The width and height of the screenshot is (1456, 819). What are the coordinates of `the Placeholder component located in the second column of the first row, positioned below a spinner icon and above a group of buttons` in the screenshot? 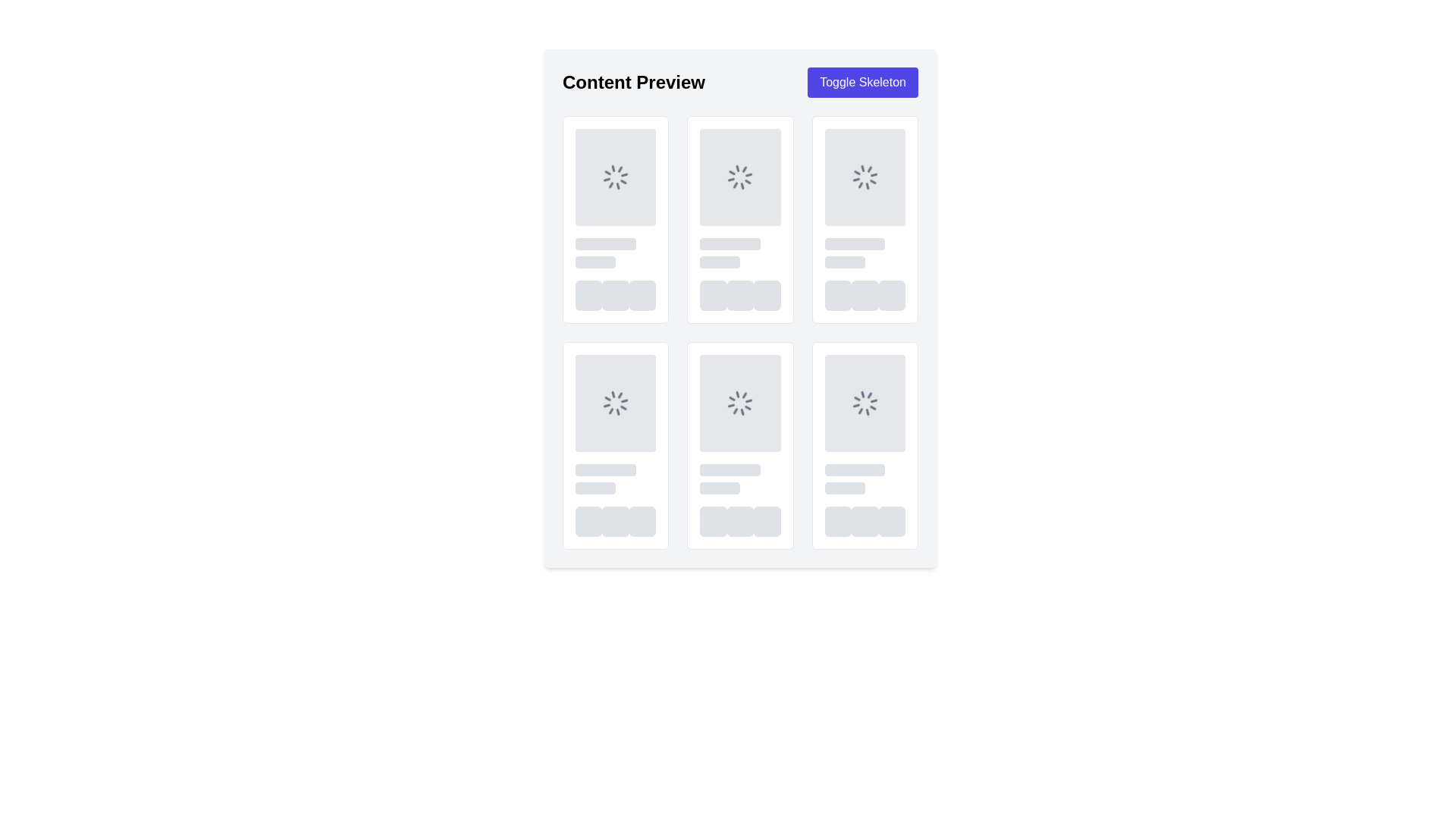 It's located at (740, 253).